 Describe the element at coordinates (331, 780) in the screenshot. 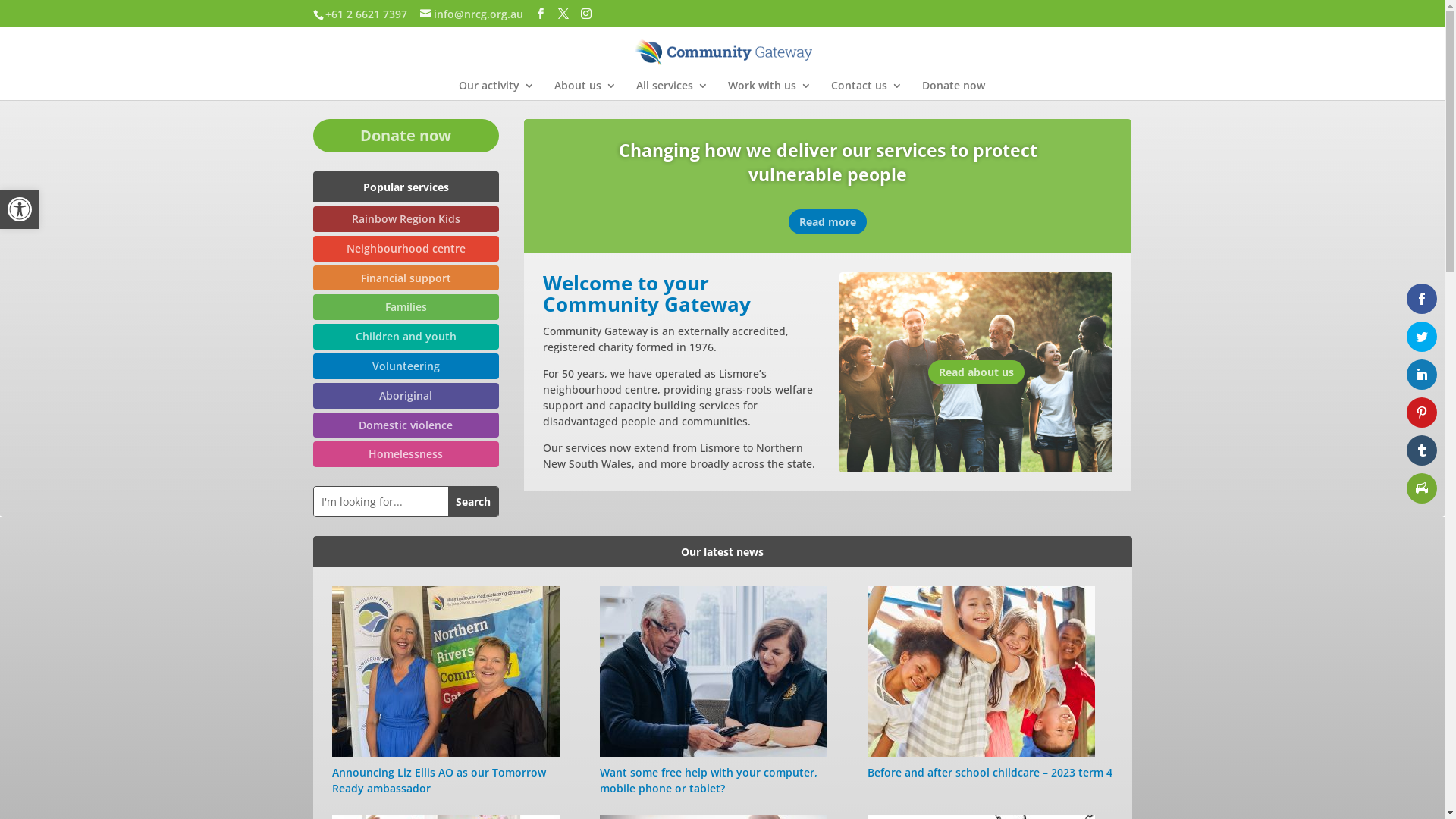

I see `'Announcing Liz Ellis AO as our Tomorrow Ready ambassador'` at that location.